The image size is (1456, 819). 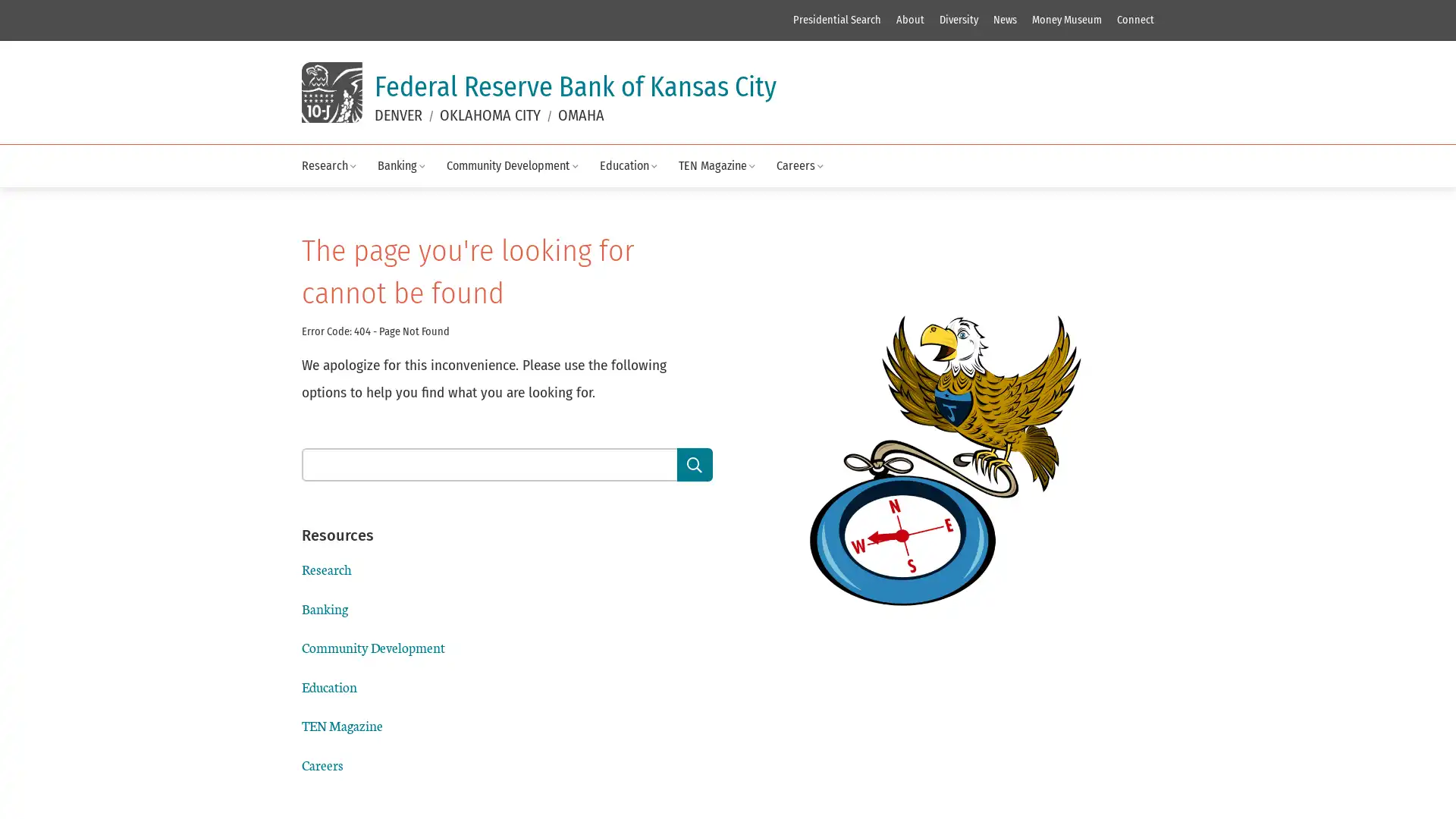 What do you see at coordinates (799, 165) in the screenshot?
I see `Careers` at bounding box center [799, 165].